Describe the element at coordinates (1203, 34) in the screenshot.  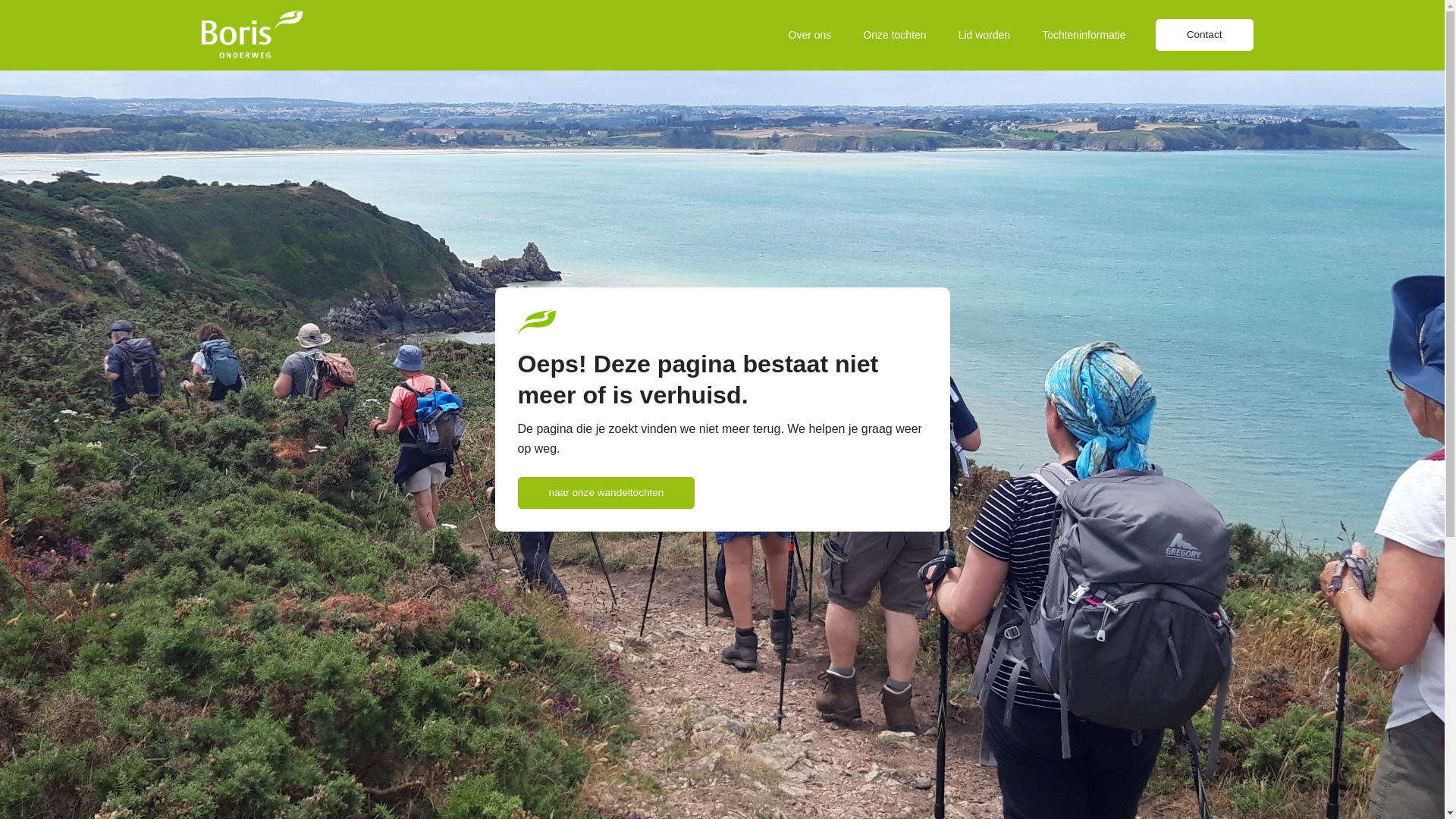
I see `'Contact'` at that location.